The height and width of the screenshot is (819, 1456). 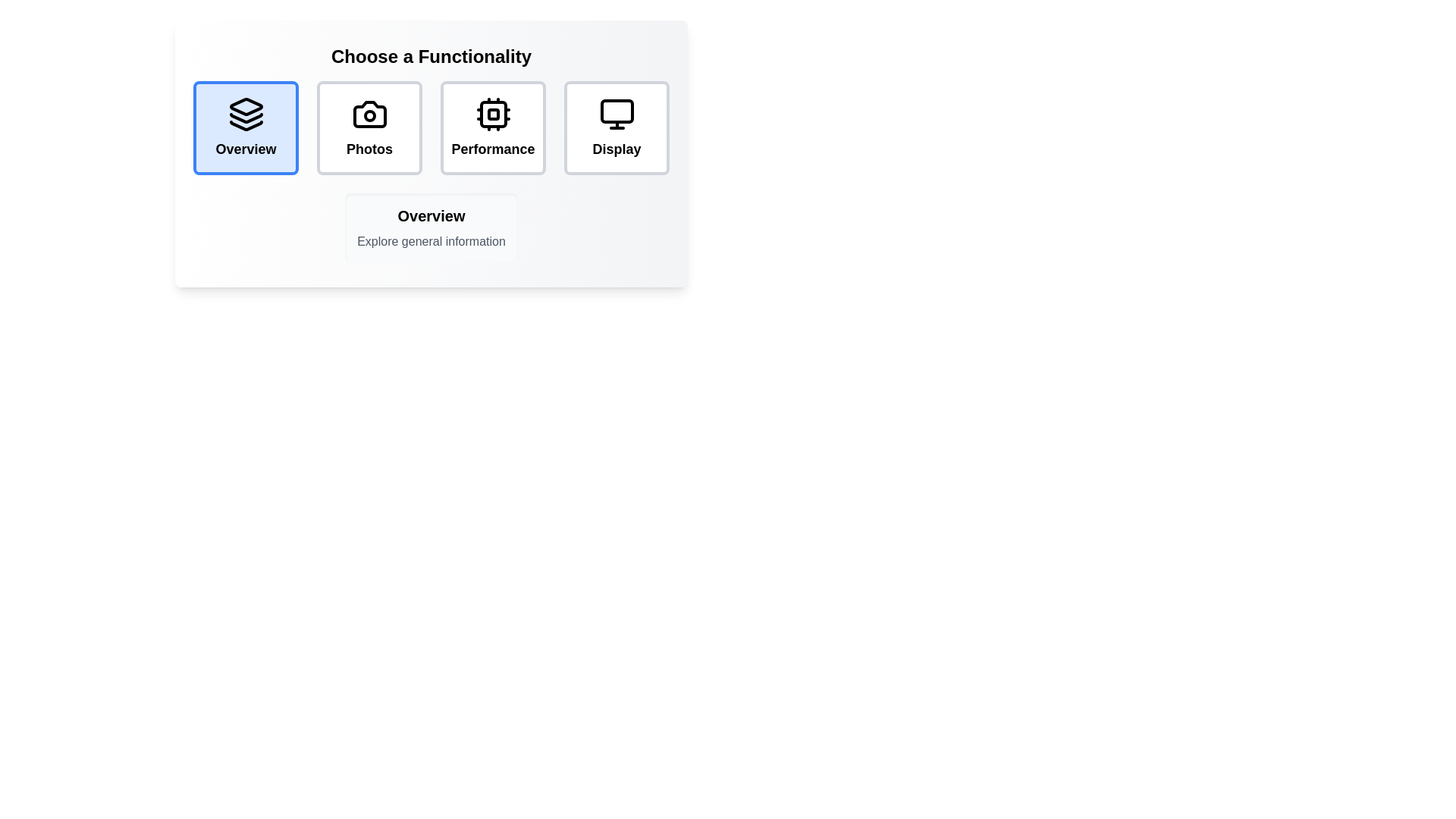 What do you see at coordinates (617, 127) in the screenshot?
I see `the 'Display' button, which is a rectangular button with a monitor icon above the text, located on the far right of a grid layout of buttons` at bounding box center [617, 127].